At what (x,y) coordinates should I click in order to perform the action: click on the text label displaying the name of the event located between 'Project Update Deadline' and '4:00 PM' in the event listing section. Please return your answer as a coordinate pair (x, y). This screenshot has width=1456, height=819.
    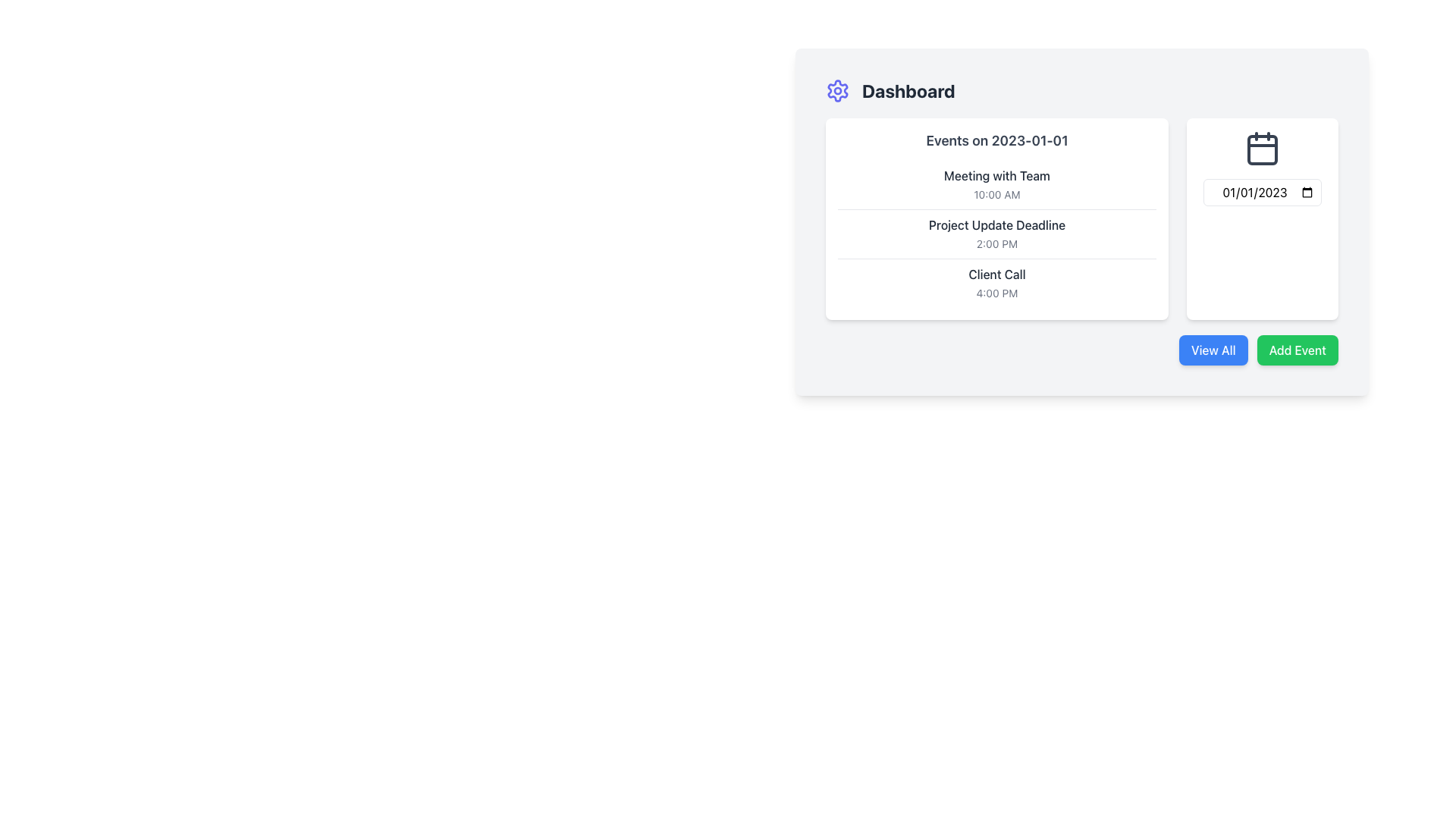
    Looking at the image, I should click on (997, 275).